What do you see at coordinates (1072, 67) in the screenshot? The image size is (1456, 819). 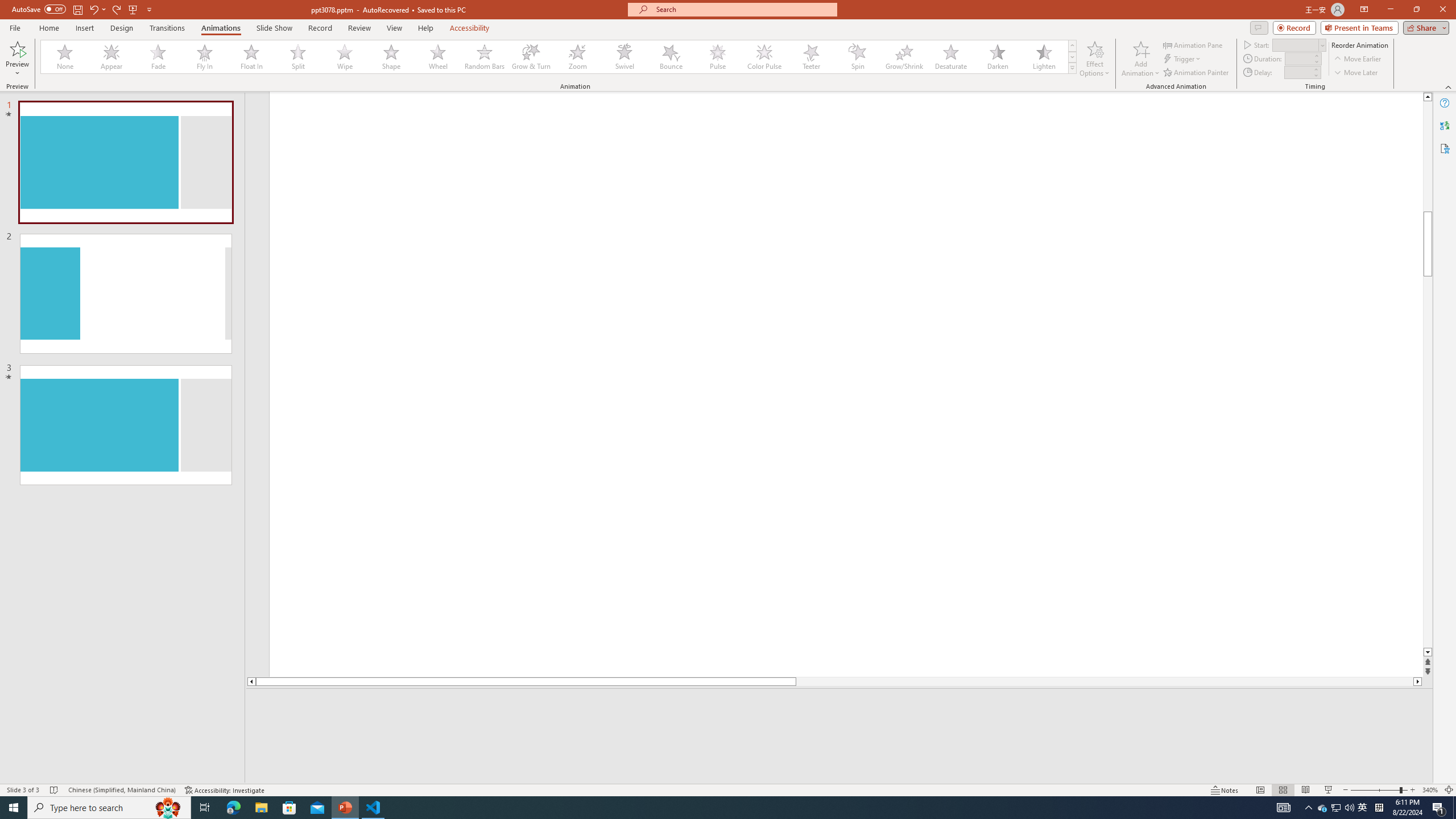 I see `'Animation Styles'` at bounding box center [1072, 67].